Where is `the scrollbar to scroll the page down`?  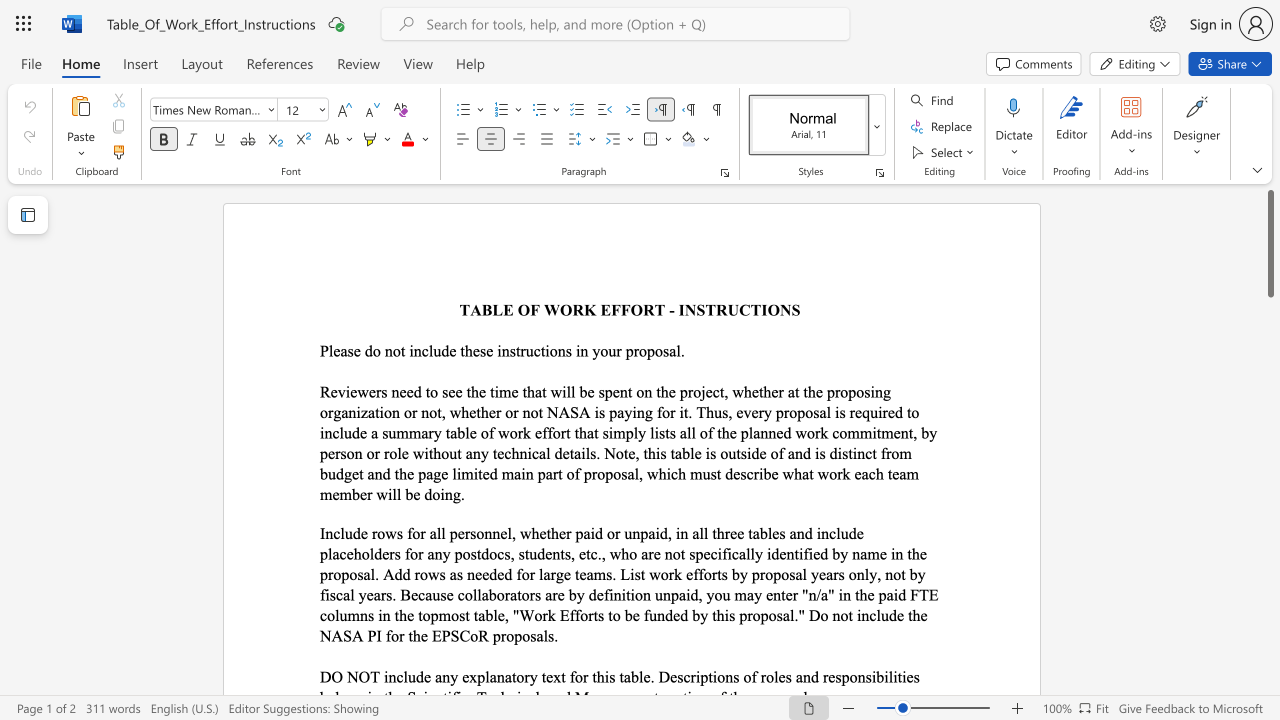 the scrollbar to scroll the page down is located at coordinates (1269, 608).